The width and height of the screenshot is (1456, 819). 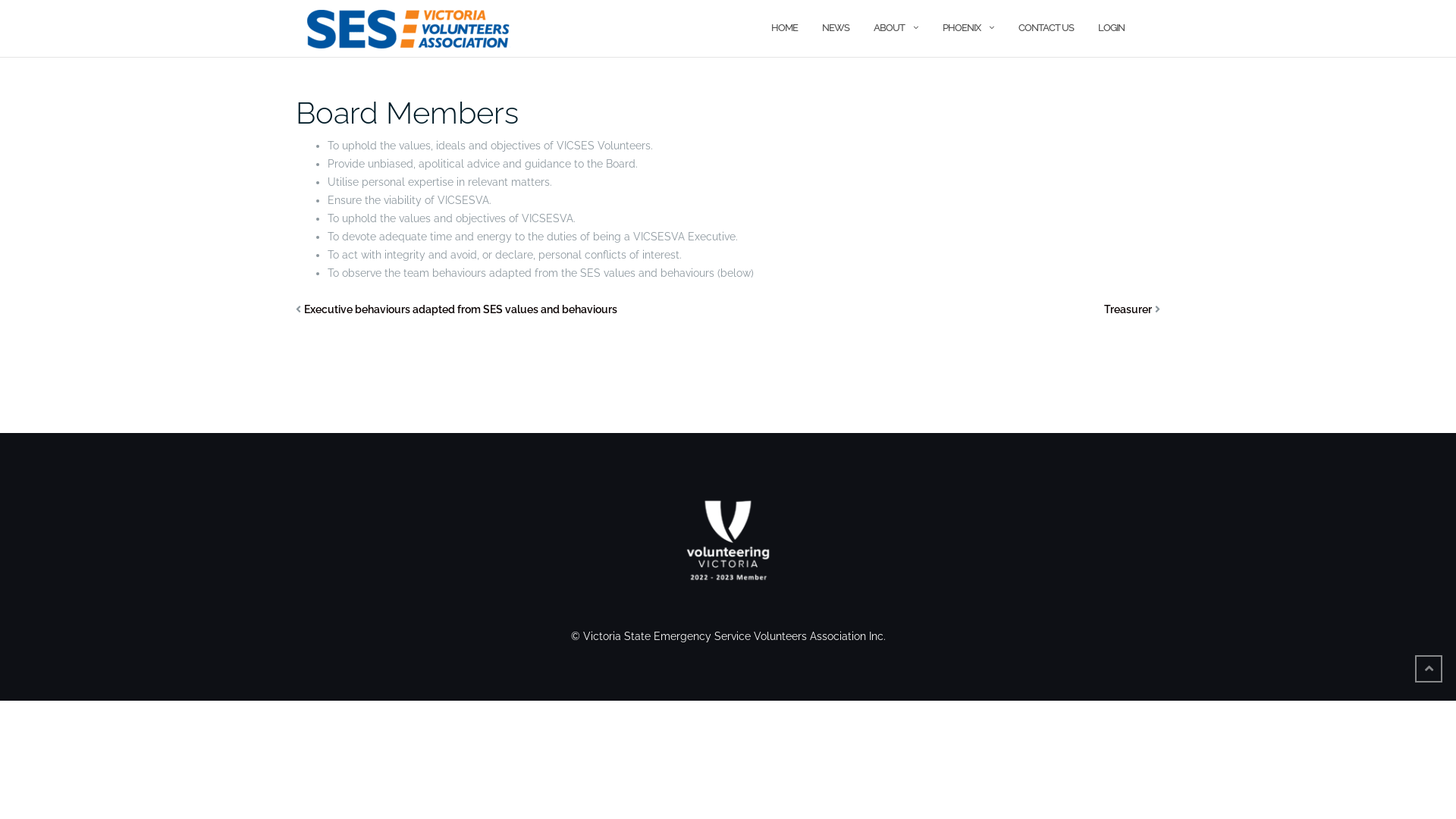 I want to click on 'Board Members', so click(x=407, y=111).